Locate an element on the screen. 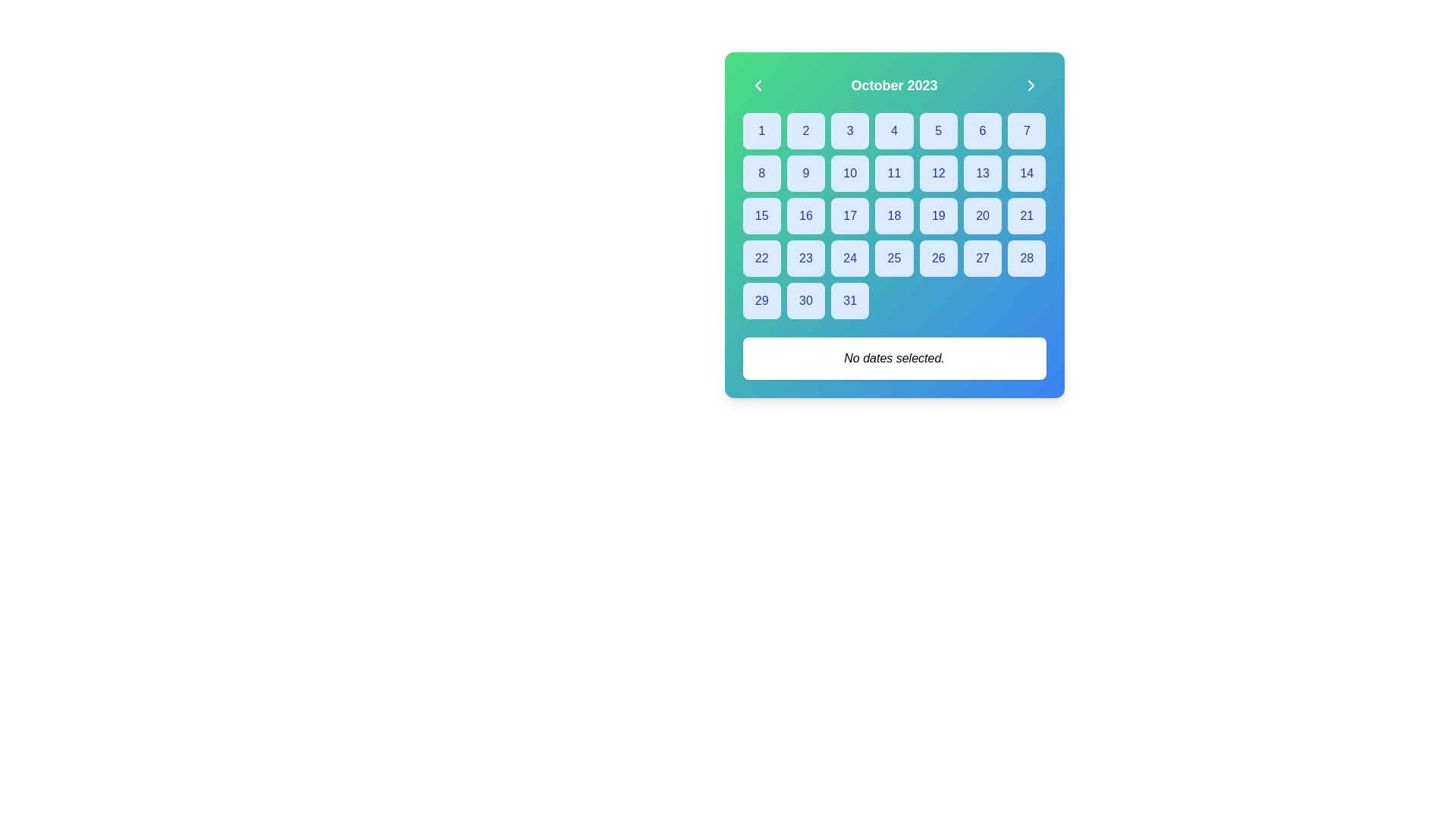  the square button with rounded corners and a light blue background featuring the number '12' in dark blue font, located in the second row and fifth column of the calendar interface is located at coordinates (937, 172).